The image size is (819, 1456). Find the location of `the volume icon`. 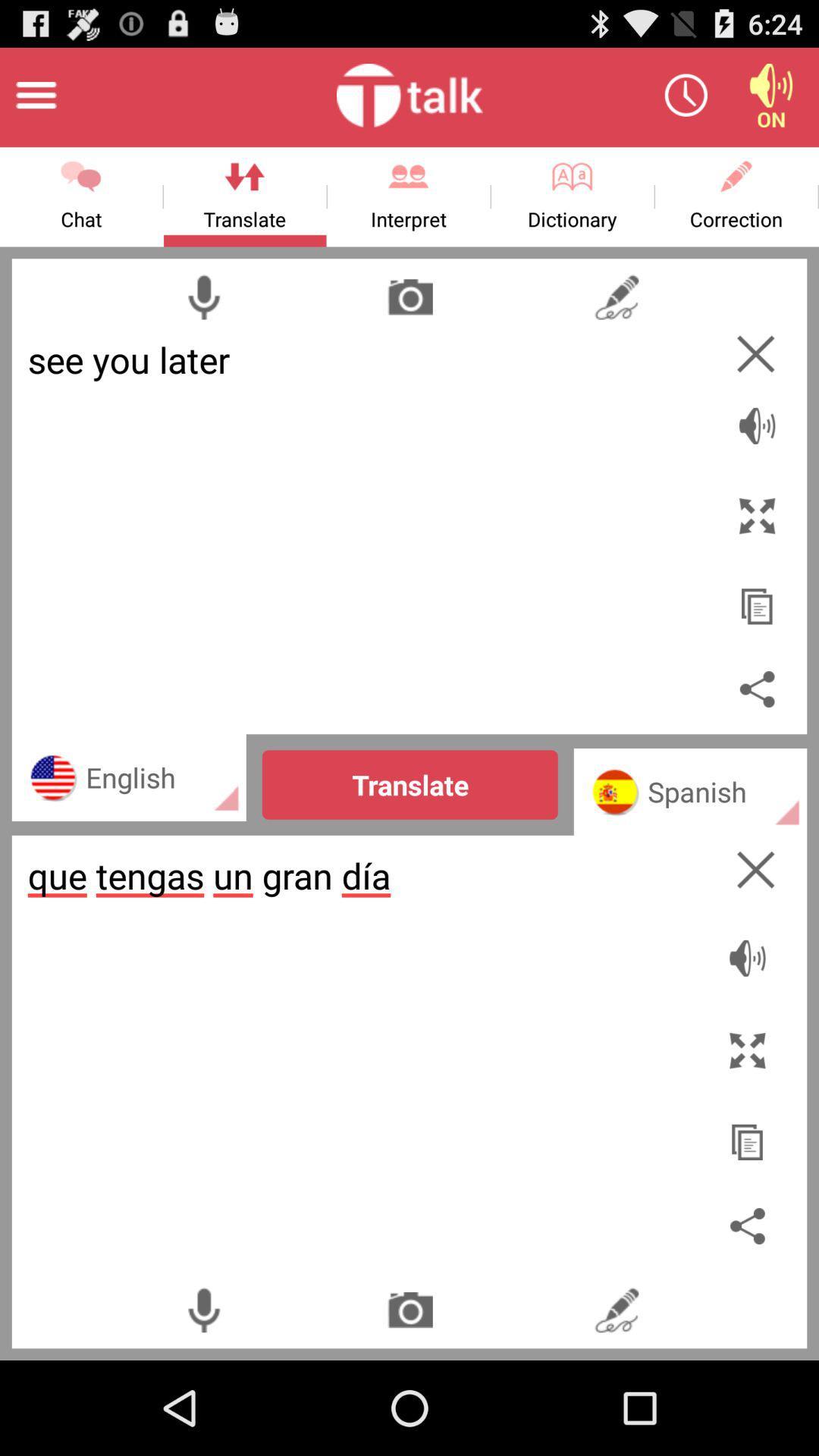

the volume icon is located at coordinates (757, 446).